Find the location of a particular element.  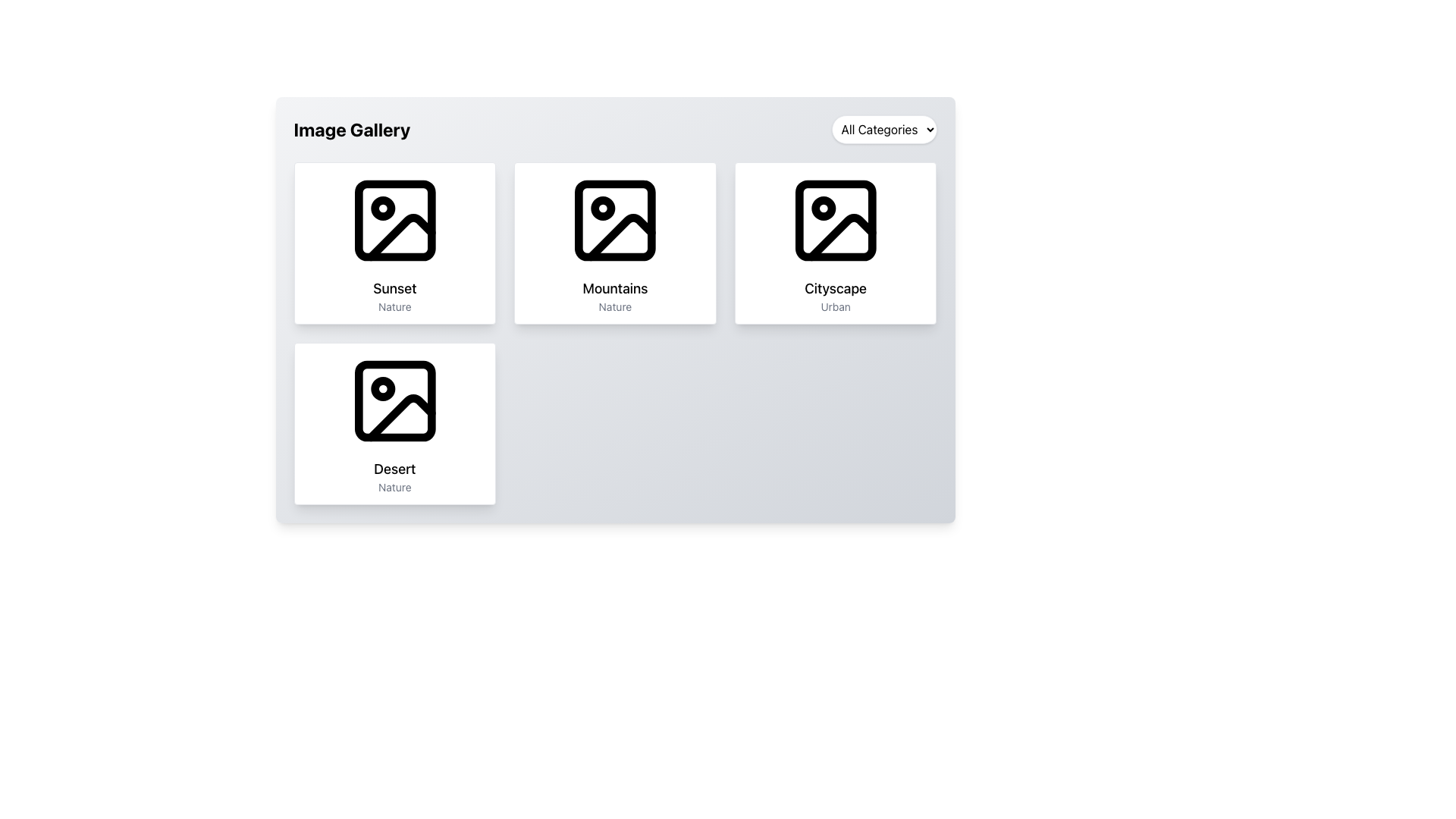

the static decorative rectangle element located within the photo icon in the bottom-left slot of the 2x2 grid under the 'Desert' label is located at coordinates (394, 400).